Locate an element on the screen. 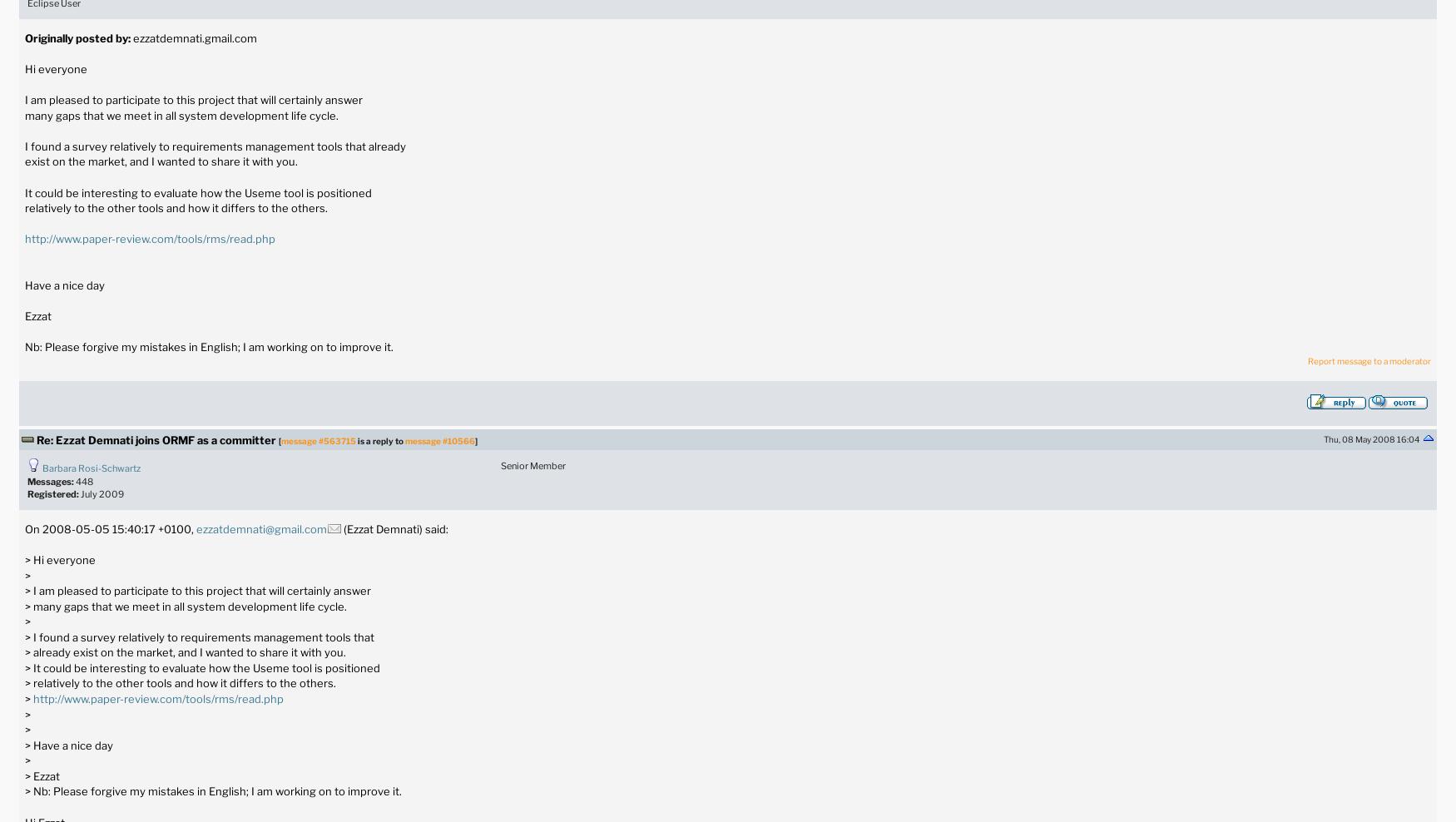  '> Nb: Please forgive my mistakes in English; I am working on to improve it.' is located at coordinates (211, 791).